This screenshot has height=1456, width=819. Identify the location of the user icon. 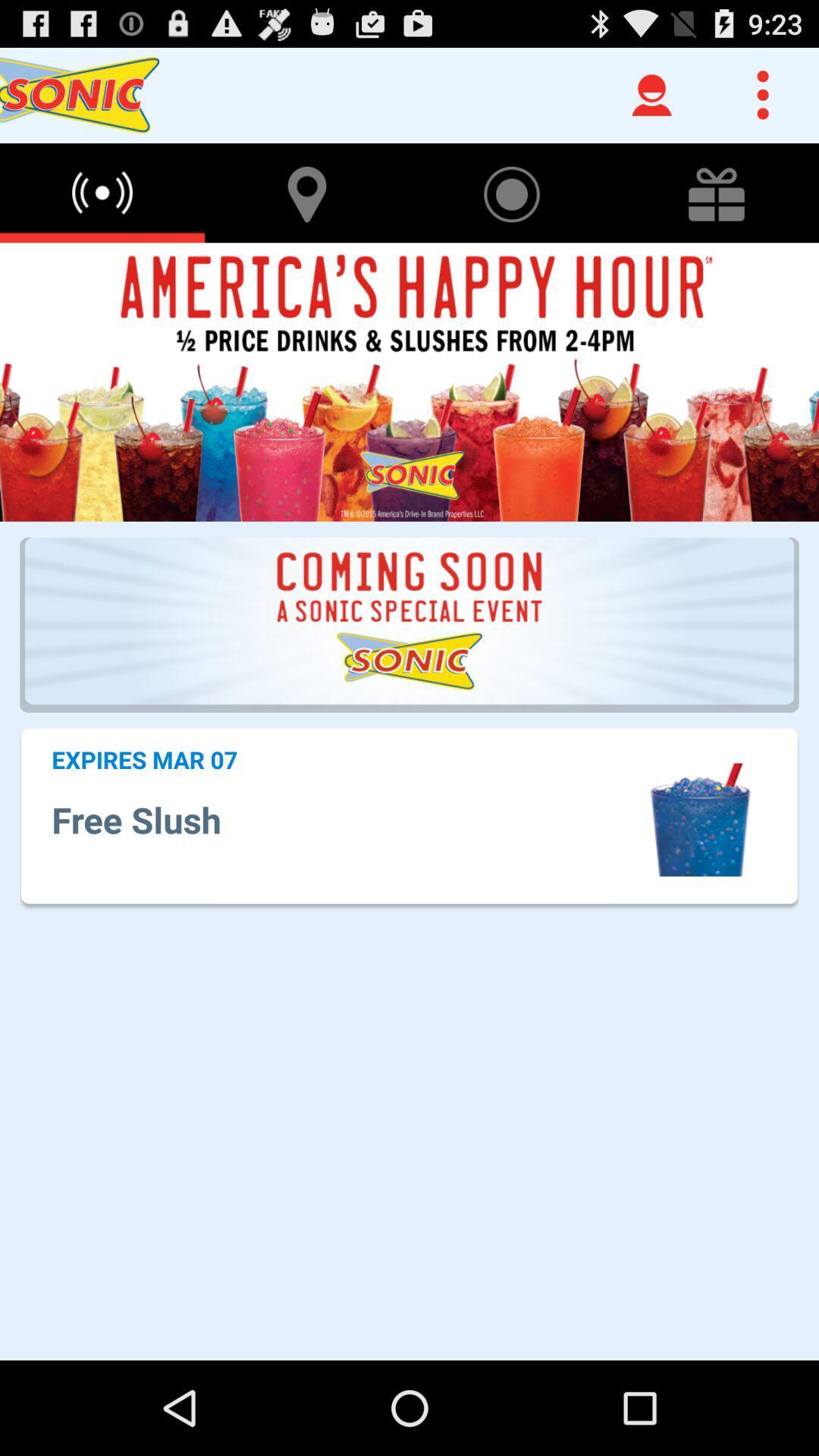
(651, 94).